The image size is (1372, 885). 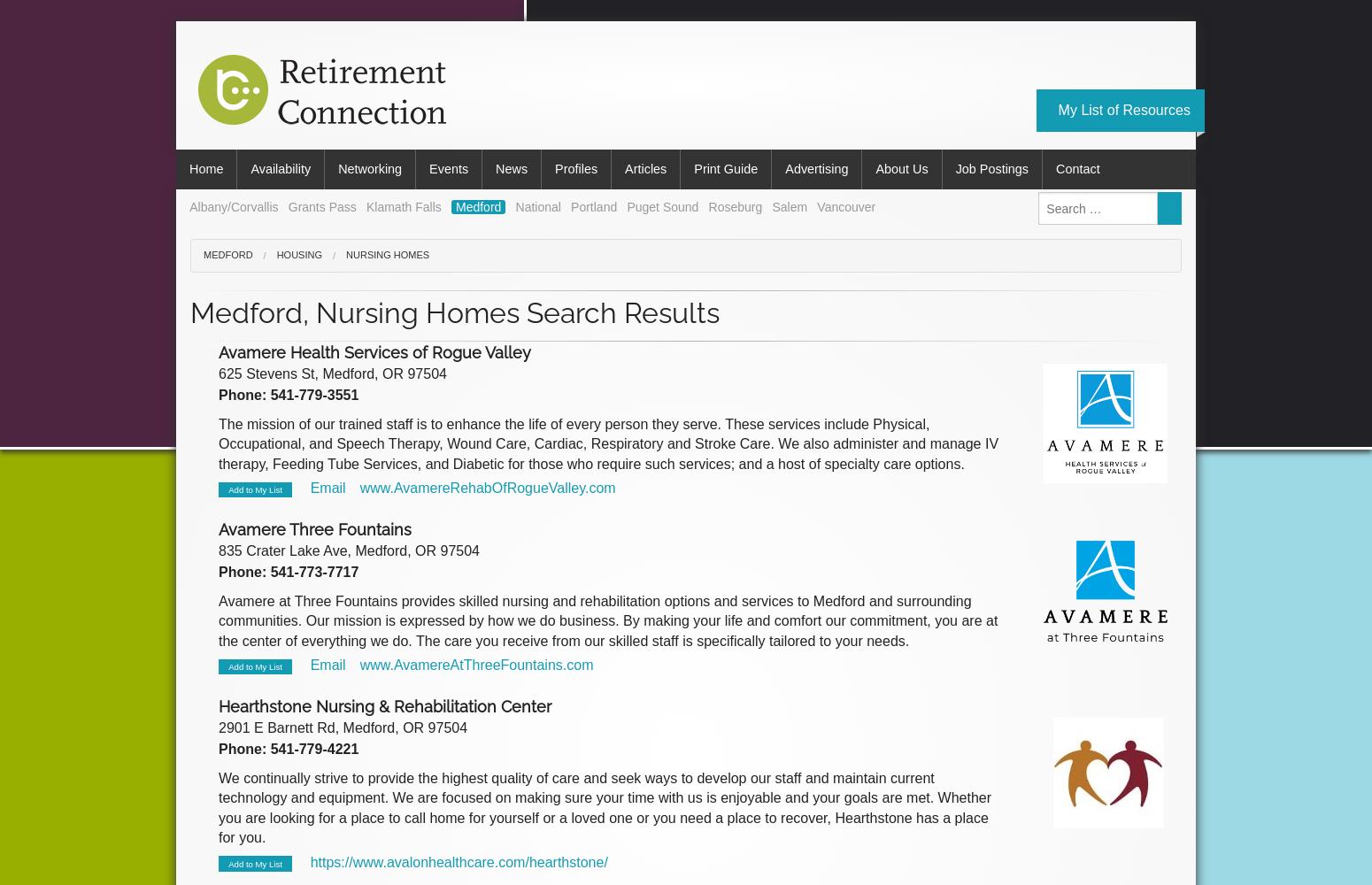 I want to click on 'Puget Sound', so click(x=662, y=205).